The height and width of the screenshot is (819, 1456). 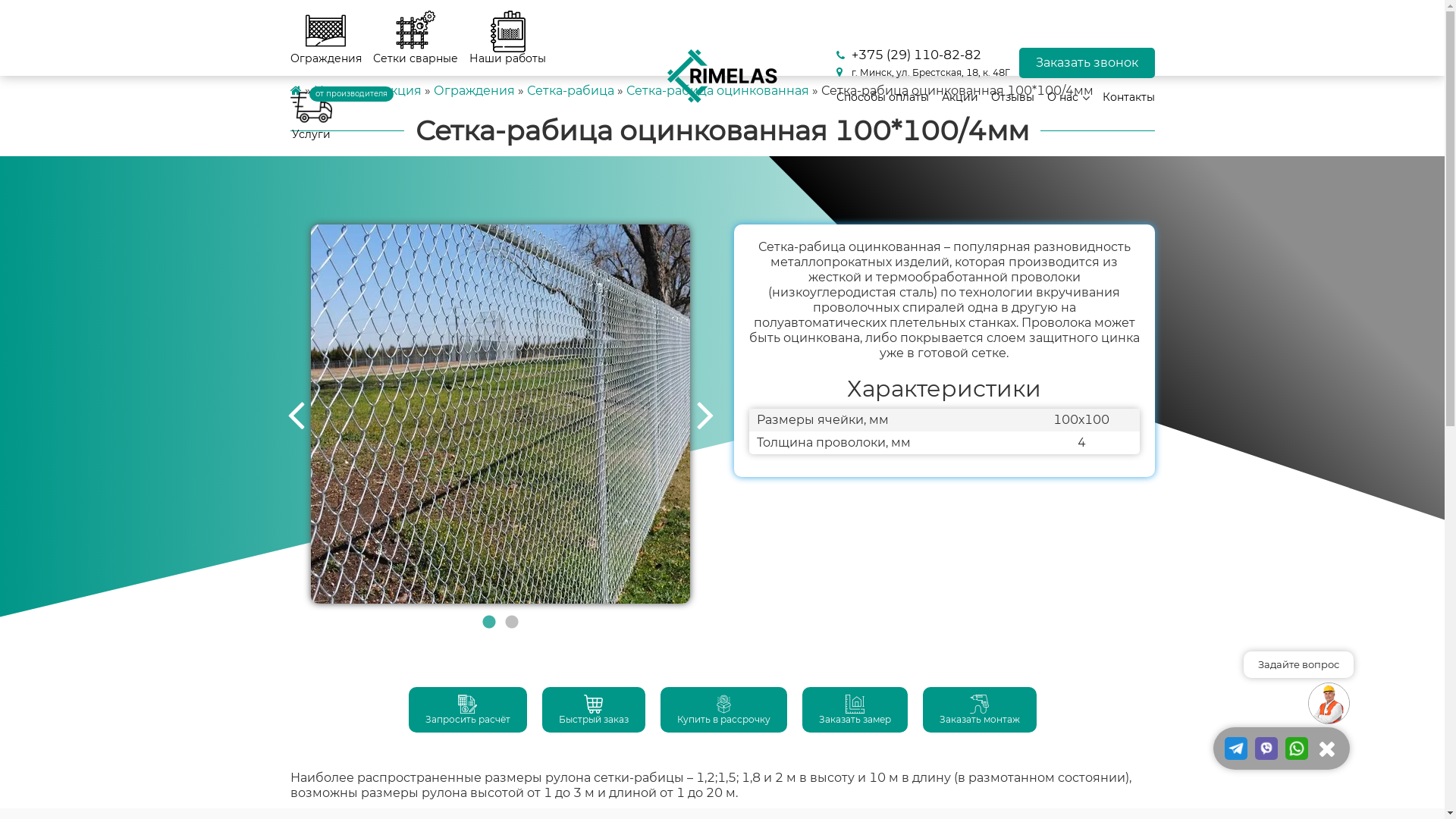 What do you see at coordinates (504, 623) in the screenshot?
I see `'2'` at bounding box center [504, 623].